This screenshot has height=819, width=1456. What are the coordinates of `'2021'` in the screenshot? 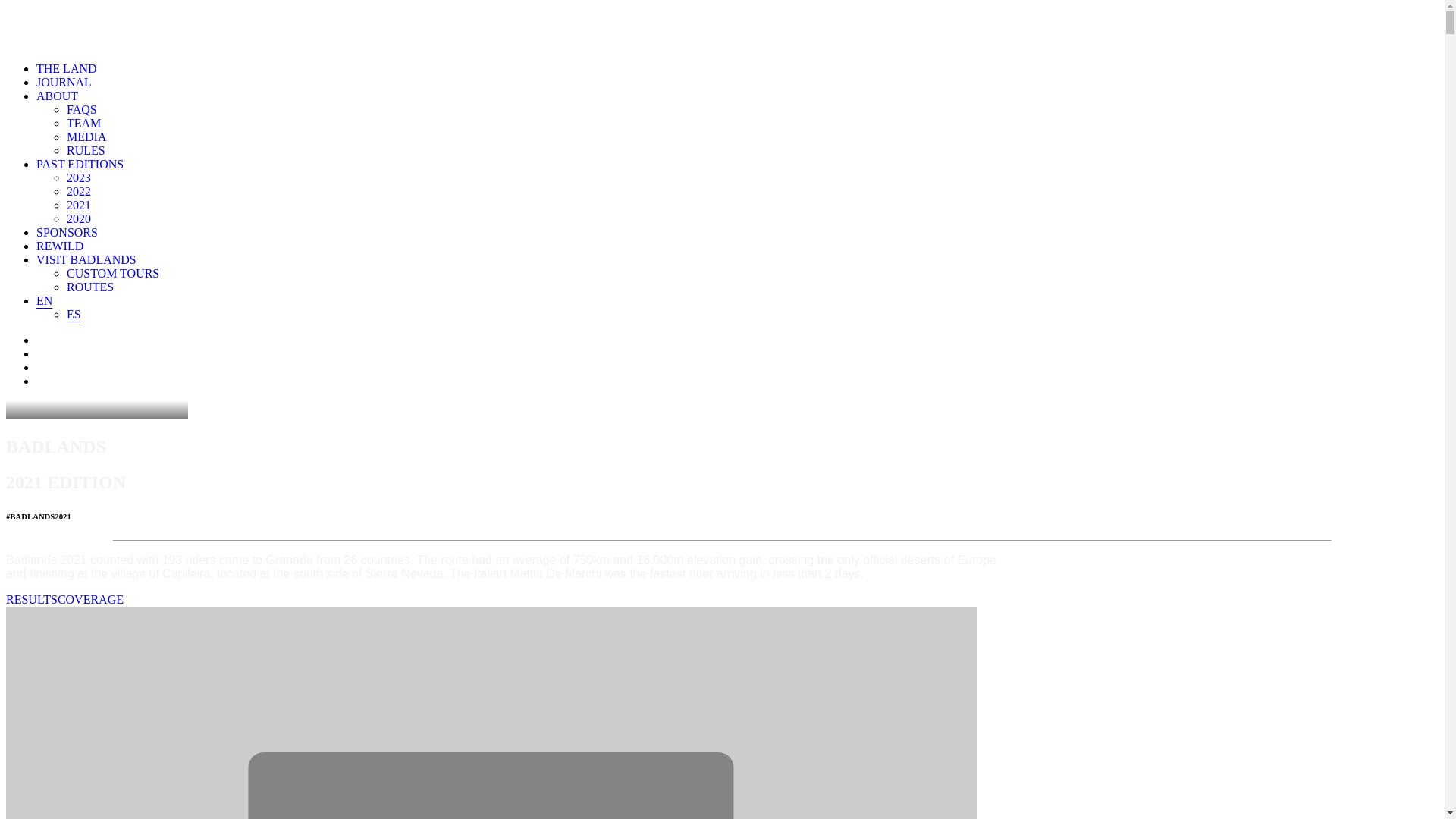 It's located at (78, 205).